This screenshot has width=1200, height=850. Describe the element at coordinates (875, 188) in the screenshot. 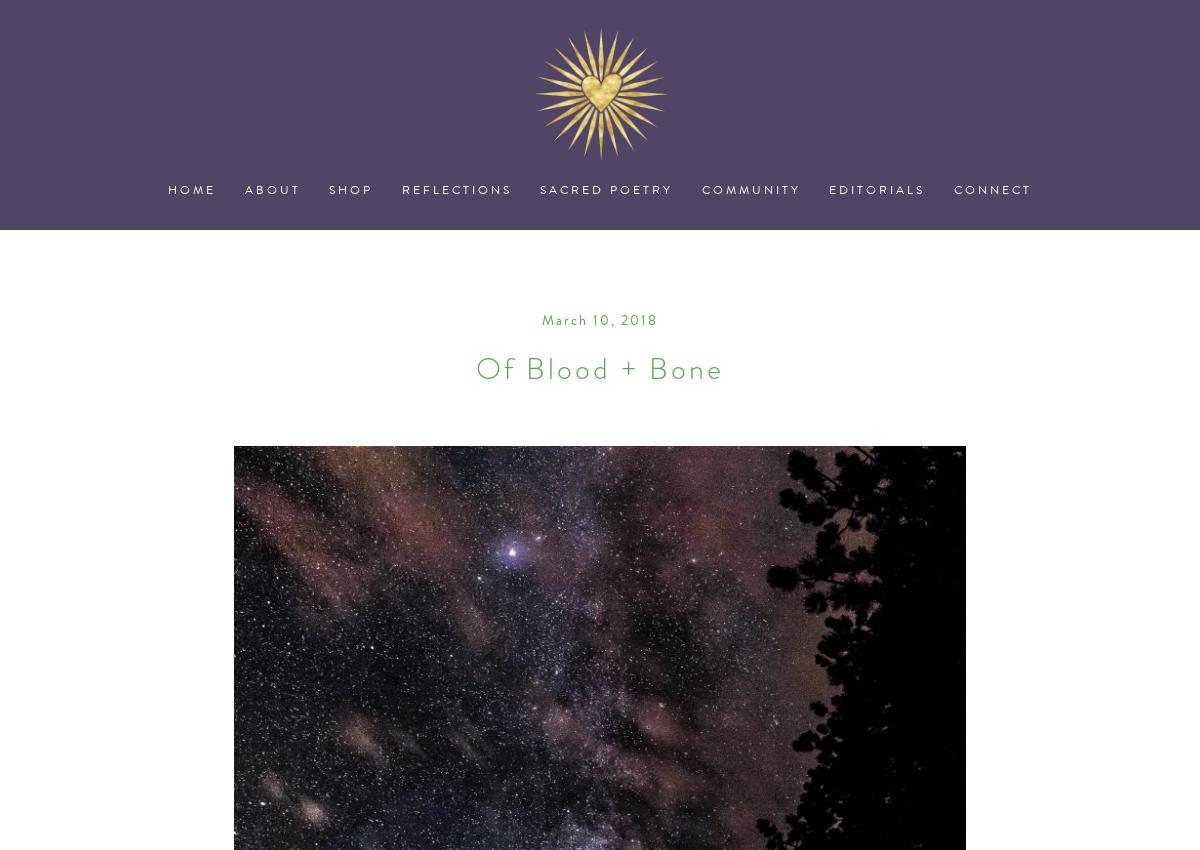

I see `'Editorials'` at that location.